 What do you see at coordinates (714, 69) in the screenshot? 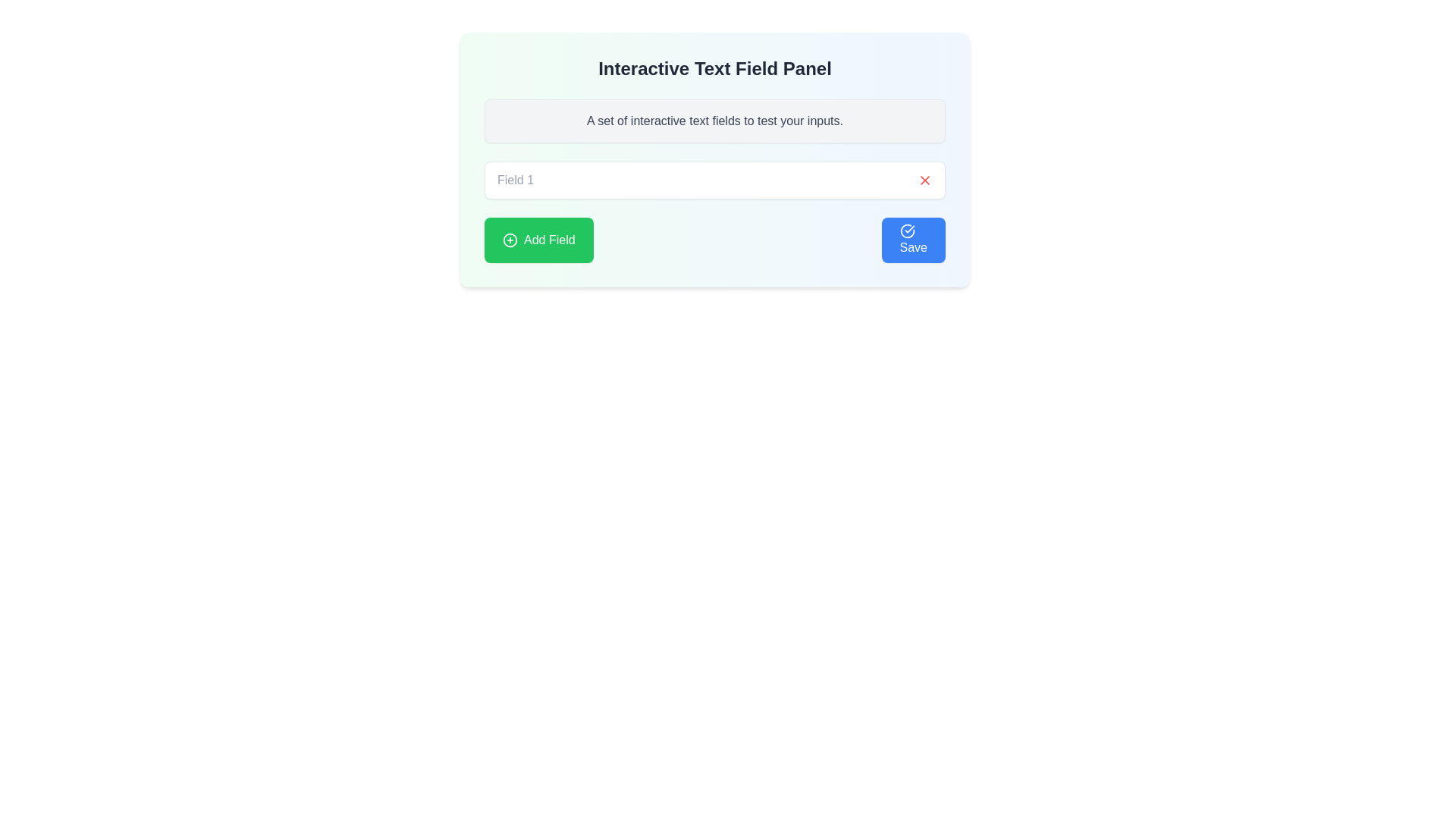
I see `the static text label that reads 'Interactive Text Field Panel', which is positioned at the top of the panel layout` at bounding box center [714, 69].